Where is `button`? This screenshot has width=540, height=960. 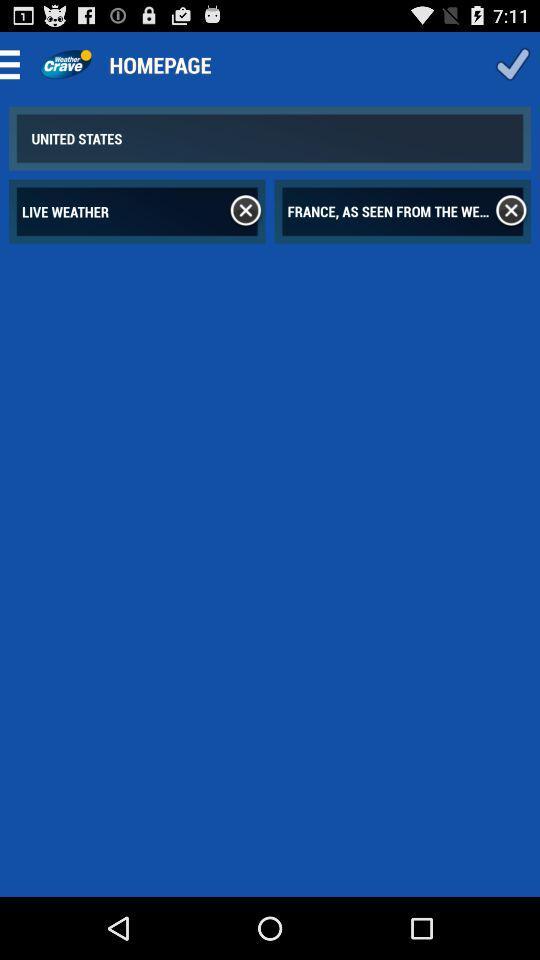 button is located at coordinates (512, 64).